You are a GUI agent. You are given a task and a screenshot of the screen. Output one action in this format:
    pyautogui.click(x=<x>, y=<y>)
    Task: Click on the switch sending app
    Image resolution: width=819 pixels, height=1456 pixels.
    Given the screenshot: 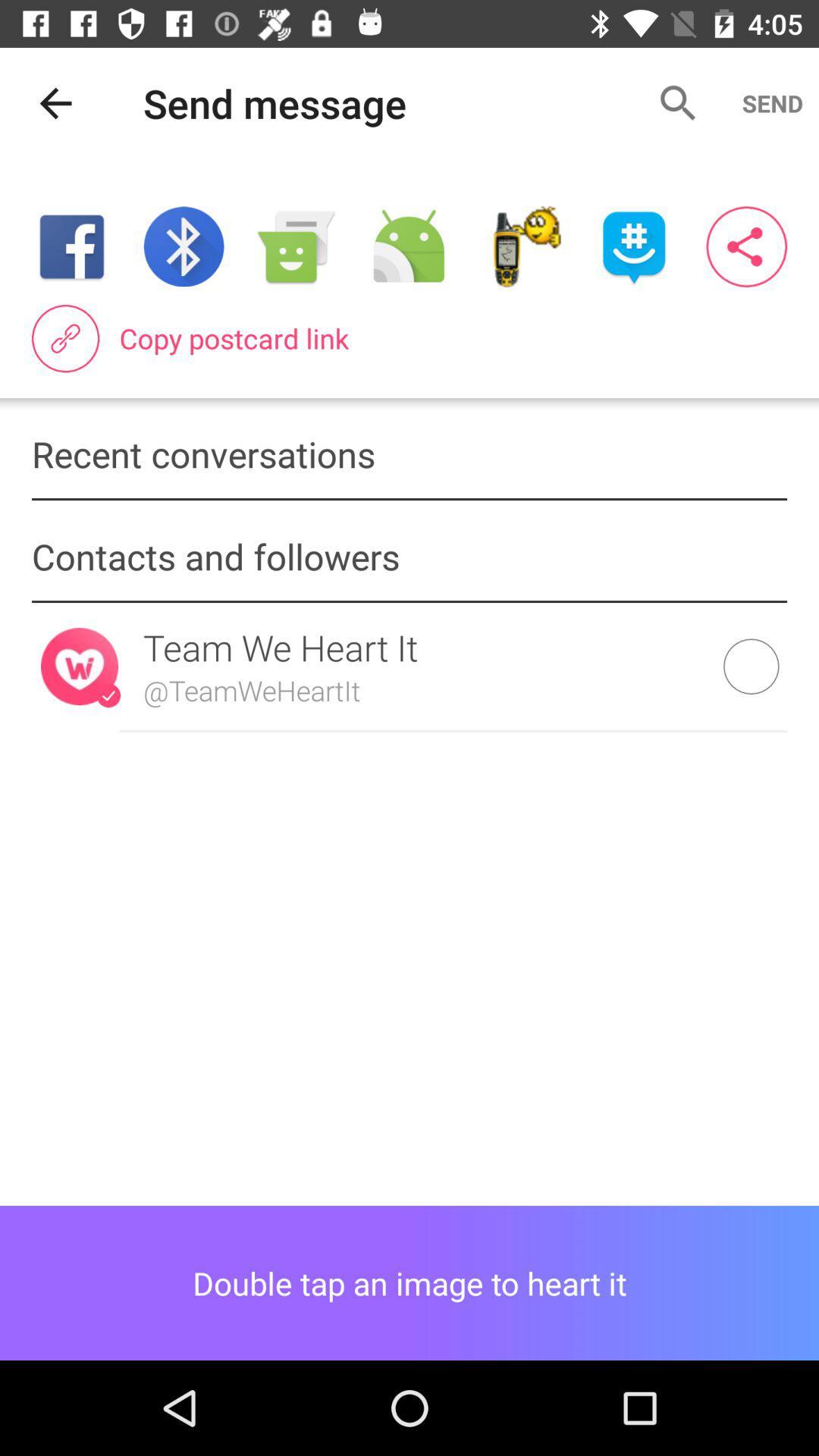 What is the action you would take?
    pyautogui.click(x=634, y=246)
    